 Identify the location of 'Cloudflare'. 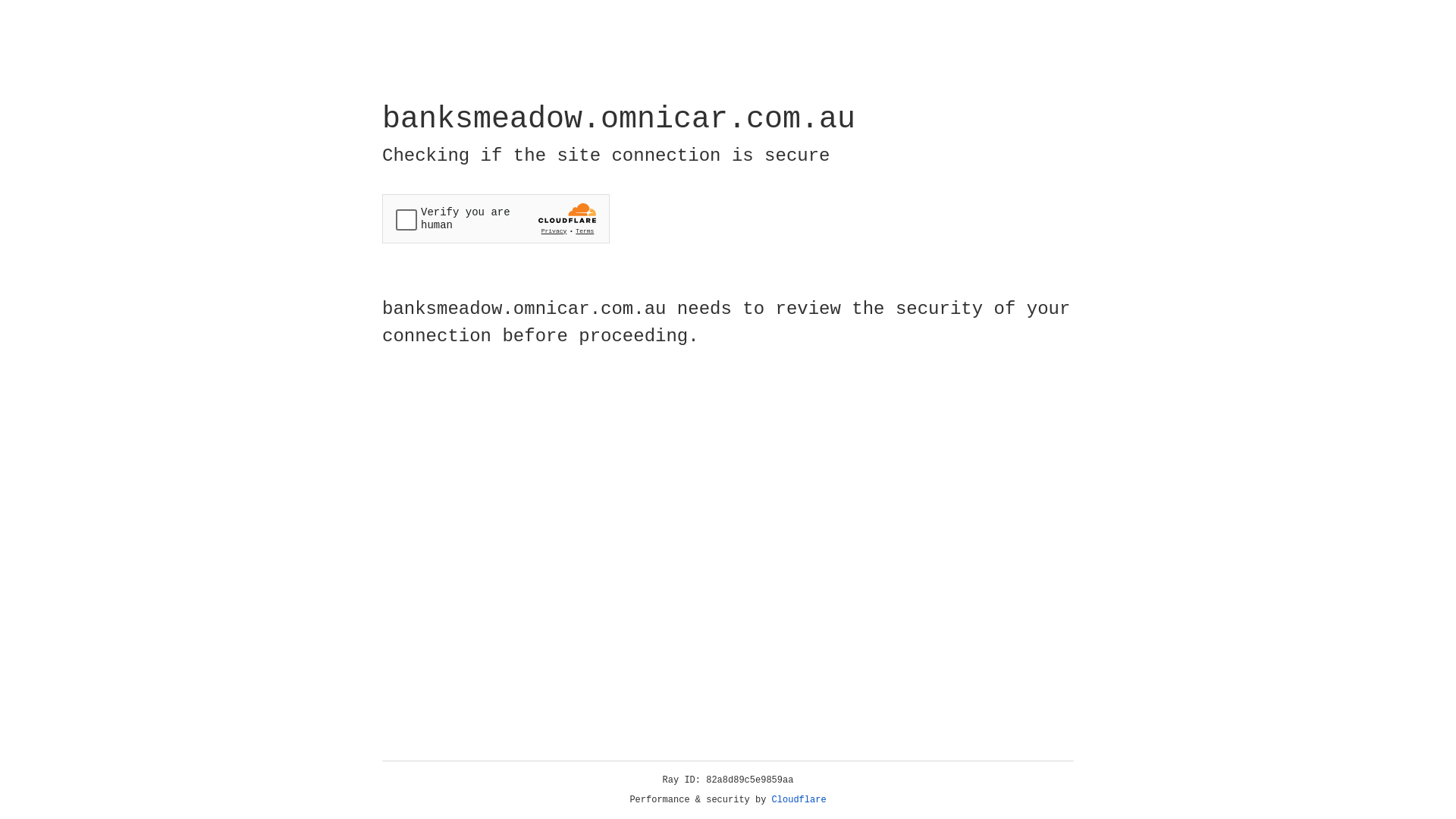
(799, 799).